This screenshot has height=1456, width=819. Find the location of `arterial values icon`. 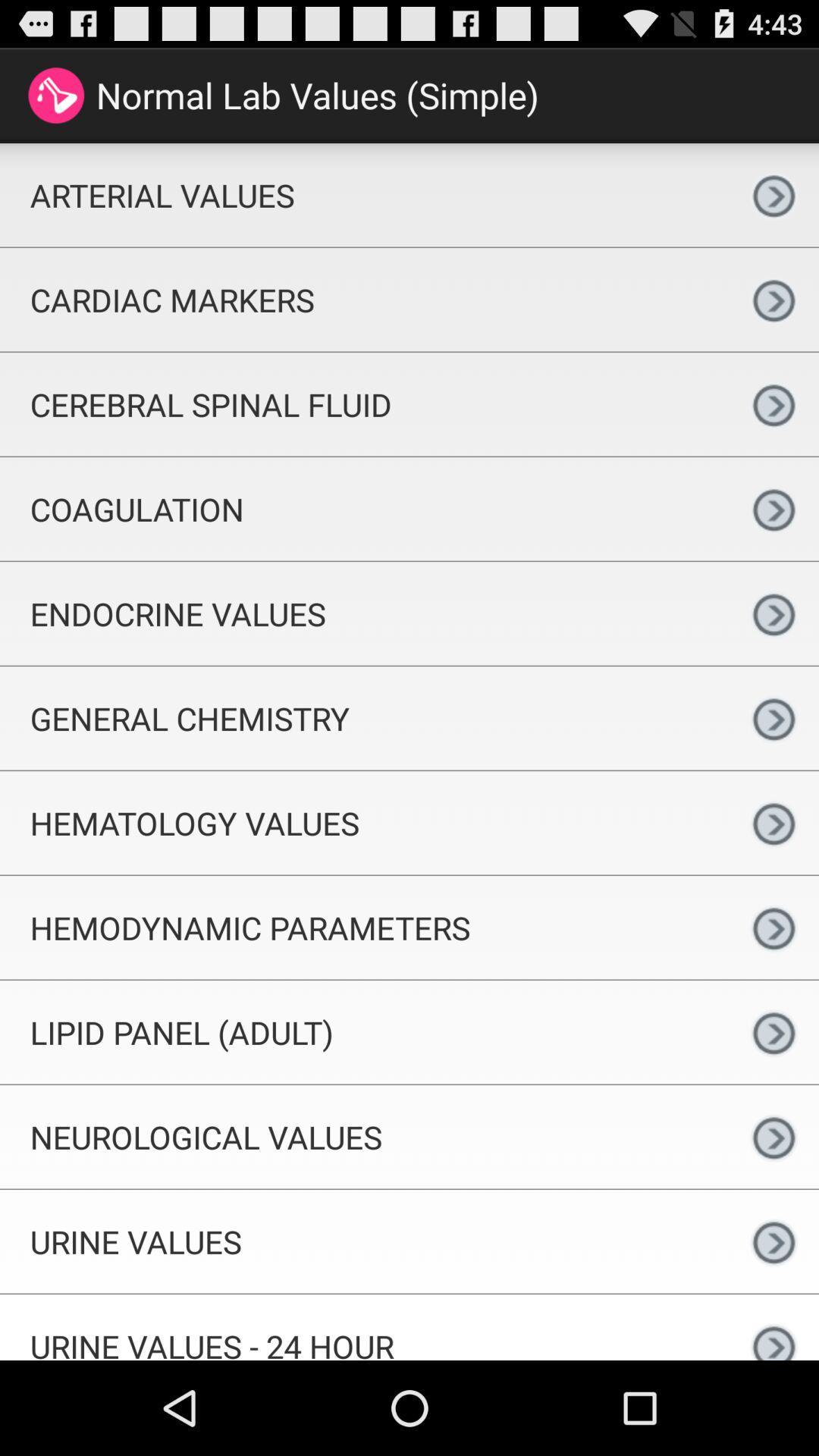

arterial values icon is located at coordinates (364, 194).